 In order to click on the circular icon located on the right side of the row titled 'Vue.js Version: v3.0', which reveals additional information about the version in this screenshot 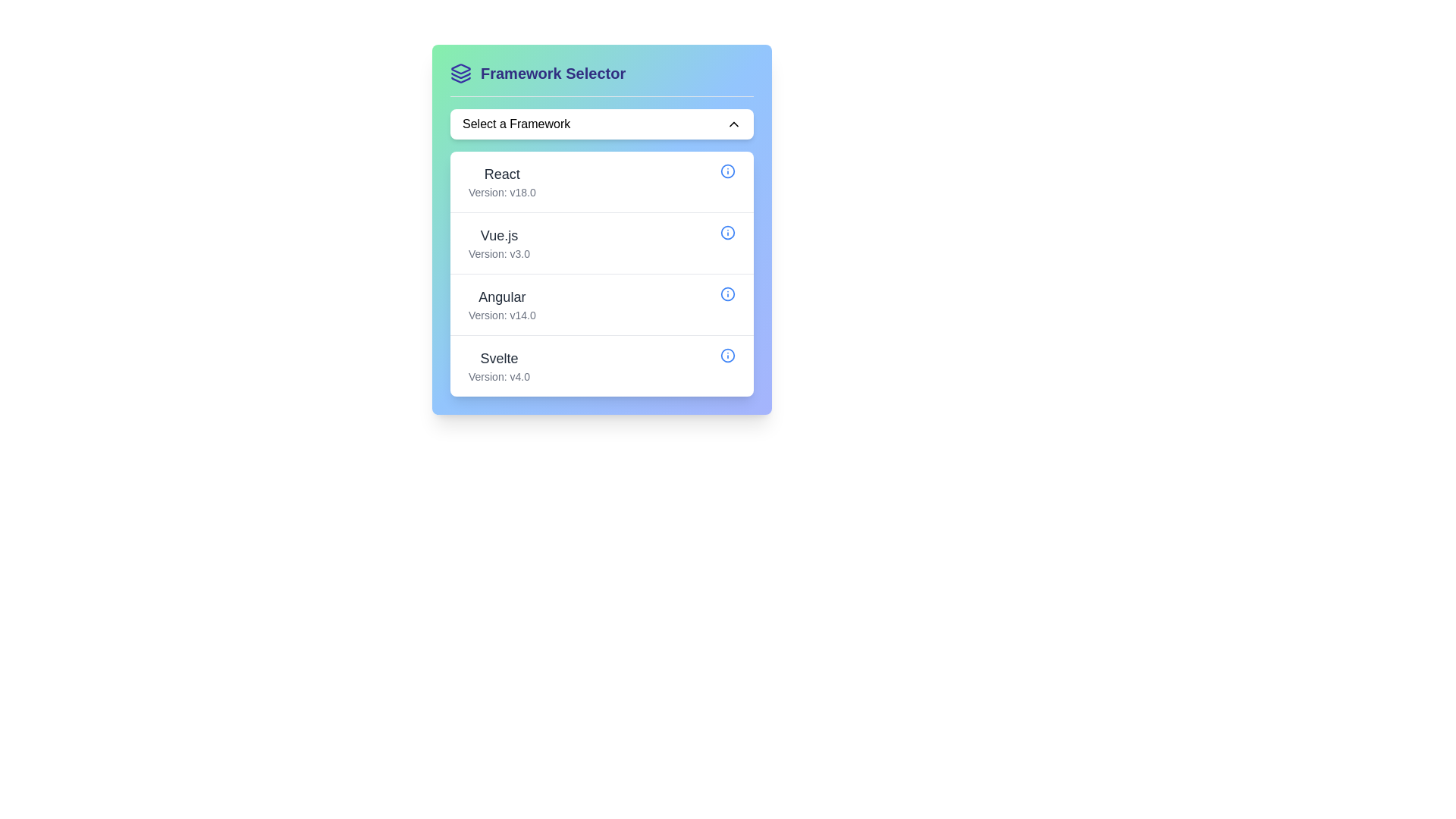, I will do `click(728, 233)`.